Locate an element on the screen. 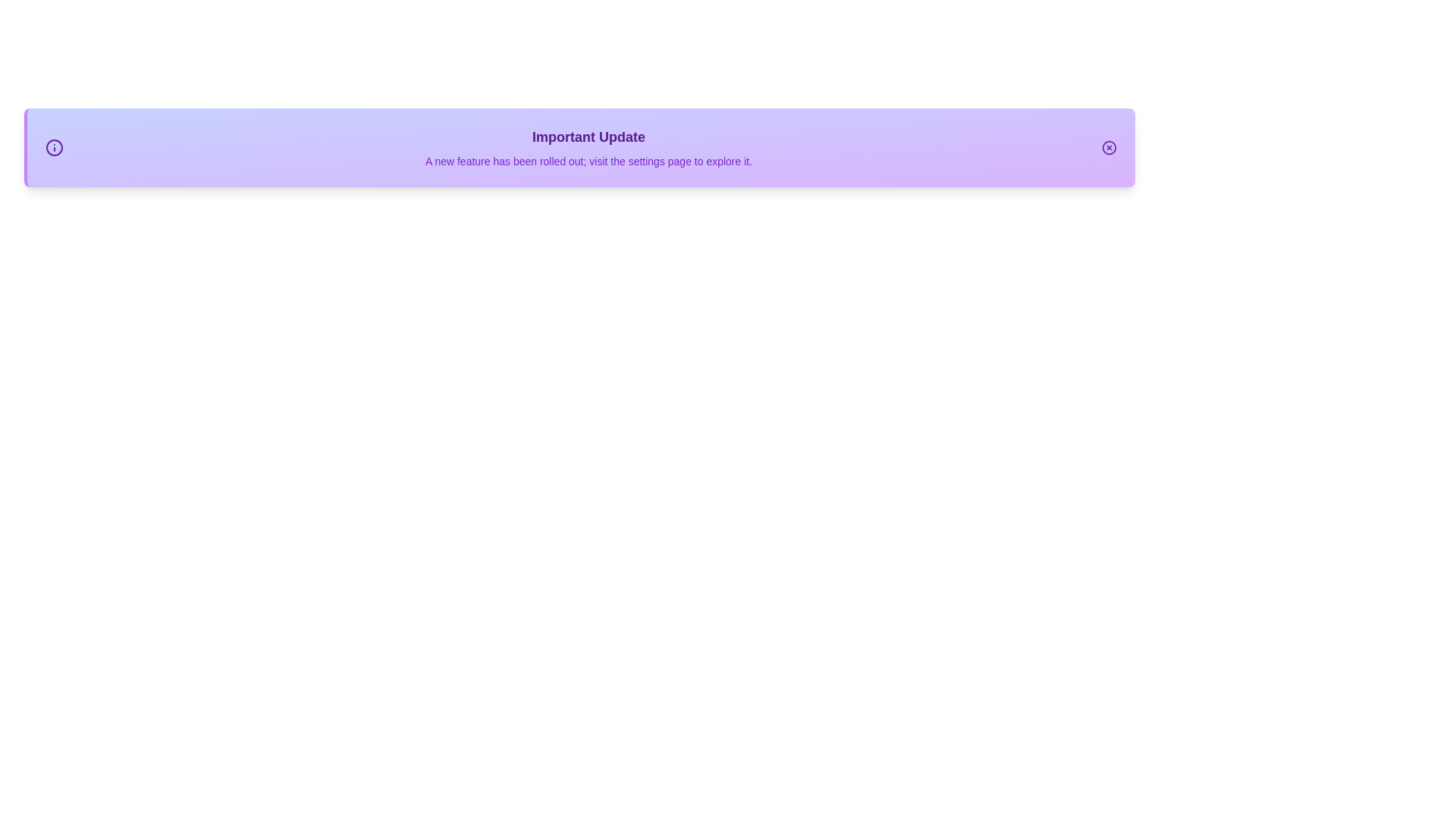 The width and height of the screenshot is (1456, 819). the informational icon in the notification component is located at coordinates (55, 148).